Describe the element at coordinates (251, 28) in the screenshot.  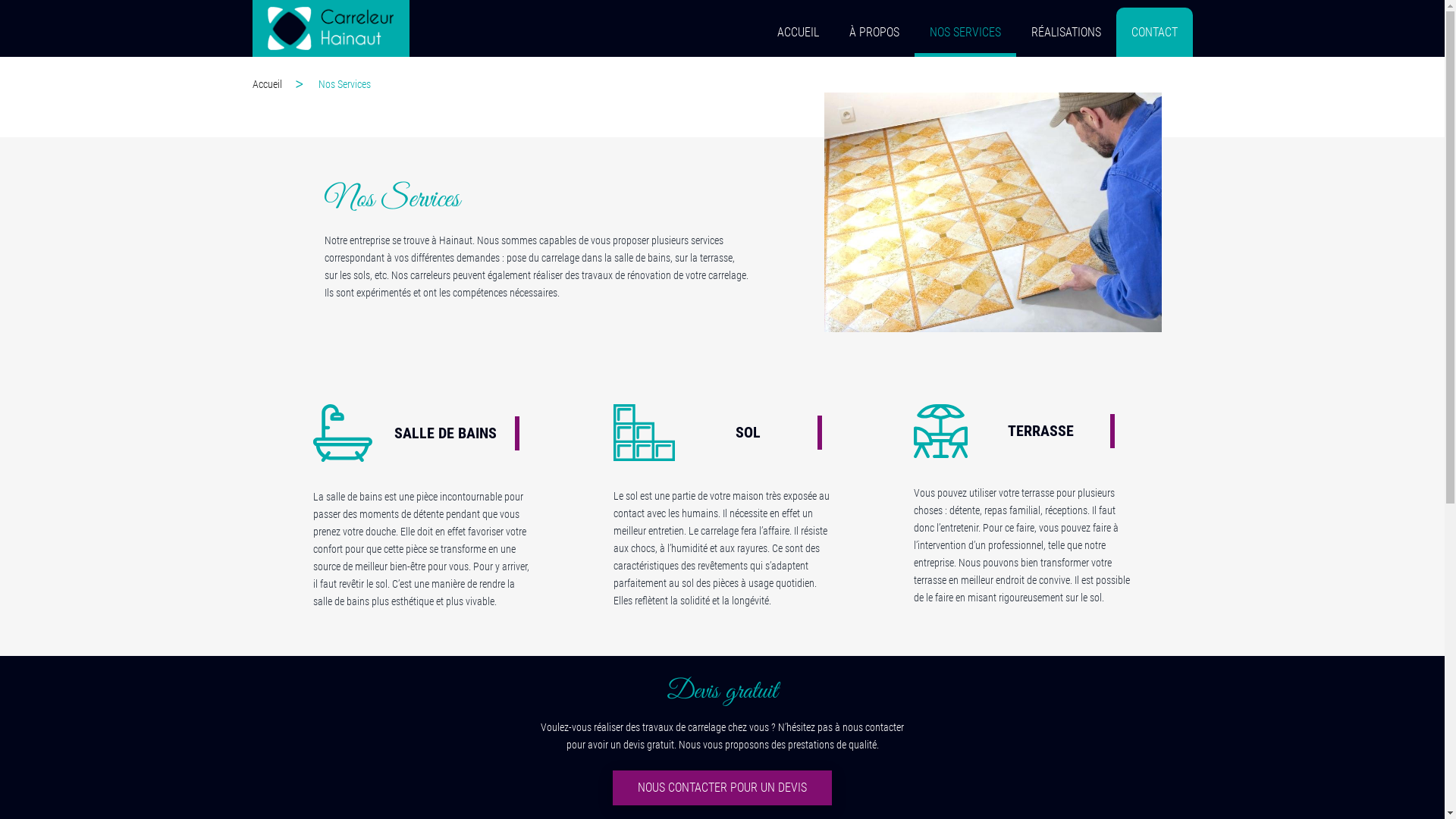
I see `'Carreleur'` at that location.